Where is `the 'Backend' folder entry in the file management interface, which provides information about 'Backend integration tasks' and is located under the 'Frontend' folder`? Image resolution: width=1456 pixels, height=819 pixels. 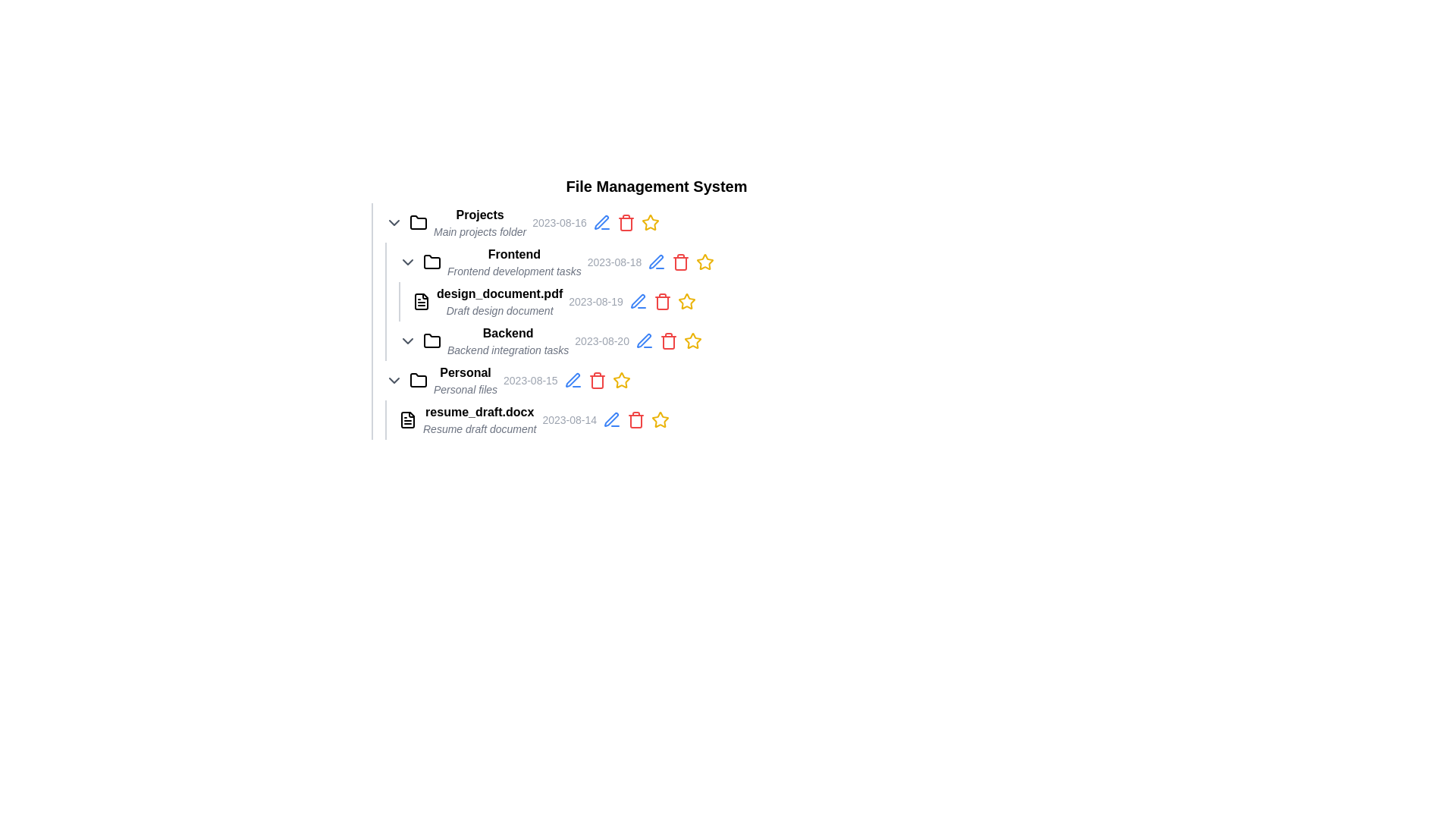
the 'Backend' folder entry in the file management interface, which provides information about 'Backend integration tasks' and is located under the 'Frontend' folder is located at coordinates (508, 341).